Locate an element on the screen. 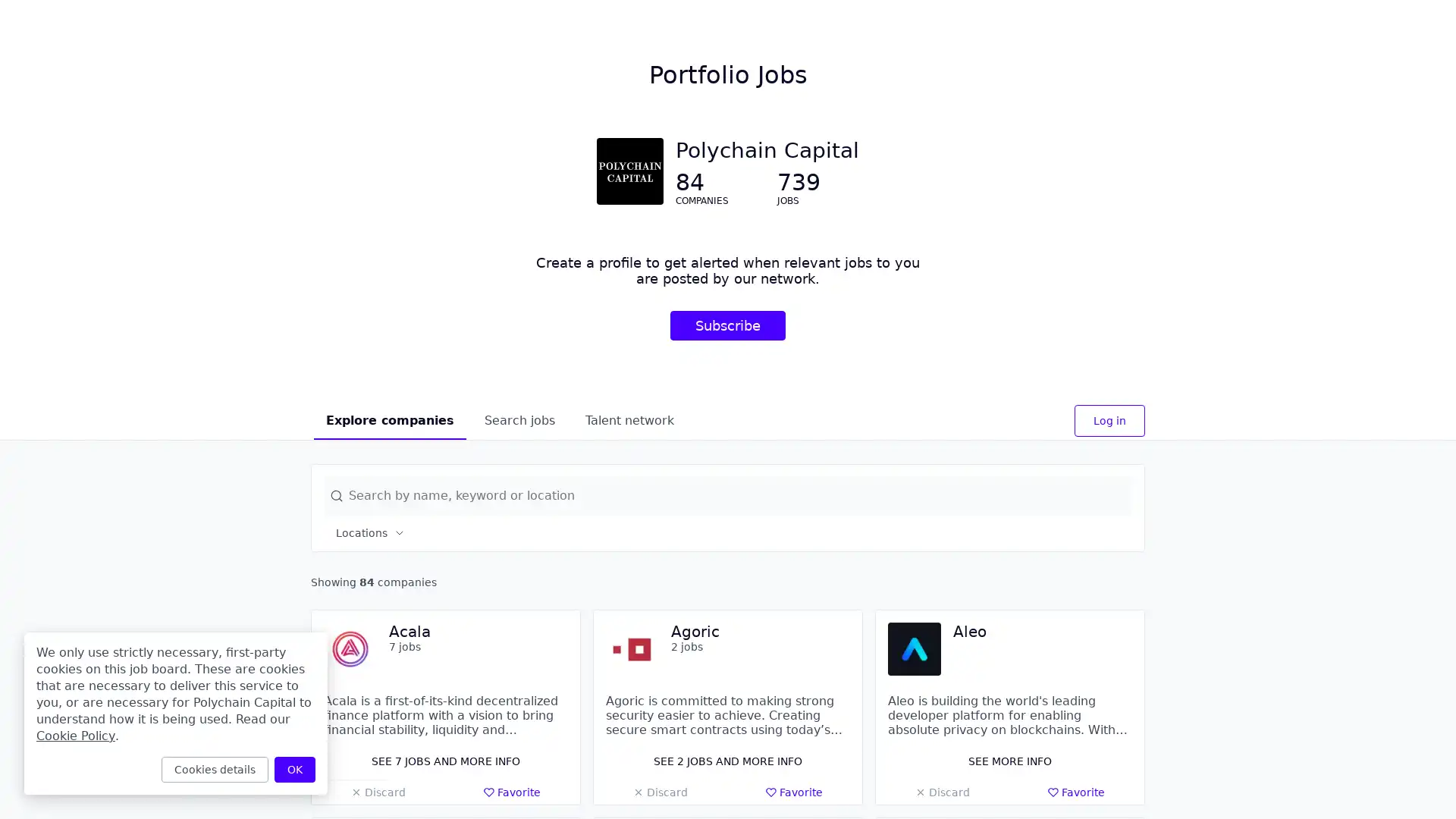 The width and height of the screenshot is (1456, 819). Locations is located at coordinates (371, 532).